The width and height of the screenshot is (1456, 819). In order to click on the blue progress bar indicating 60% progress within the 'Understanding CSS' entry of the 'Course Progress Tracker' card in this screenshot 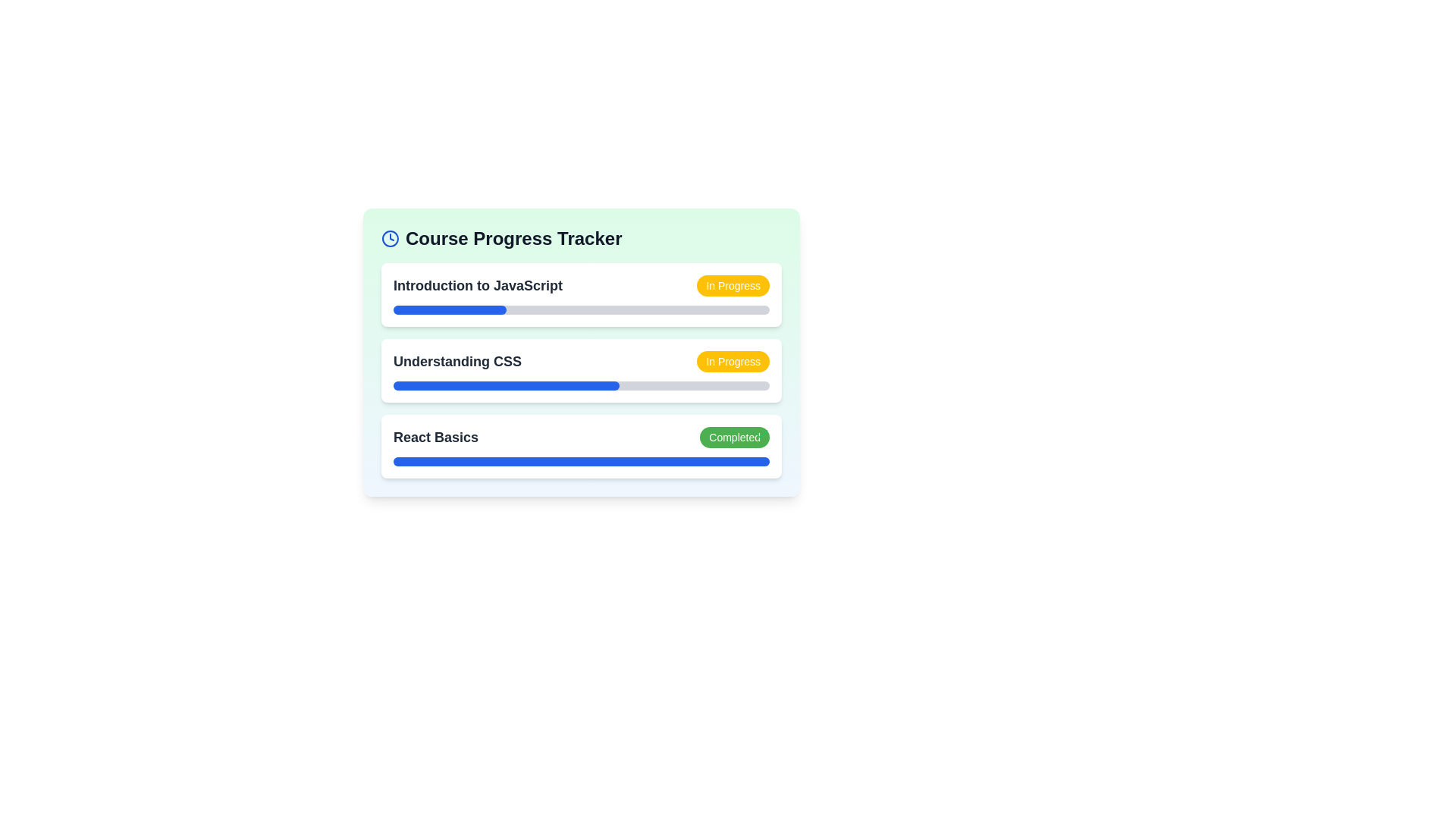, I will do `click(506, 385)`.